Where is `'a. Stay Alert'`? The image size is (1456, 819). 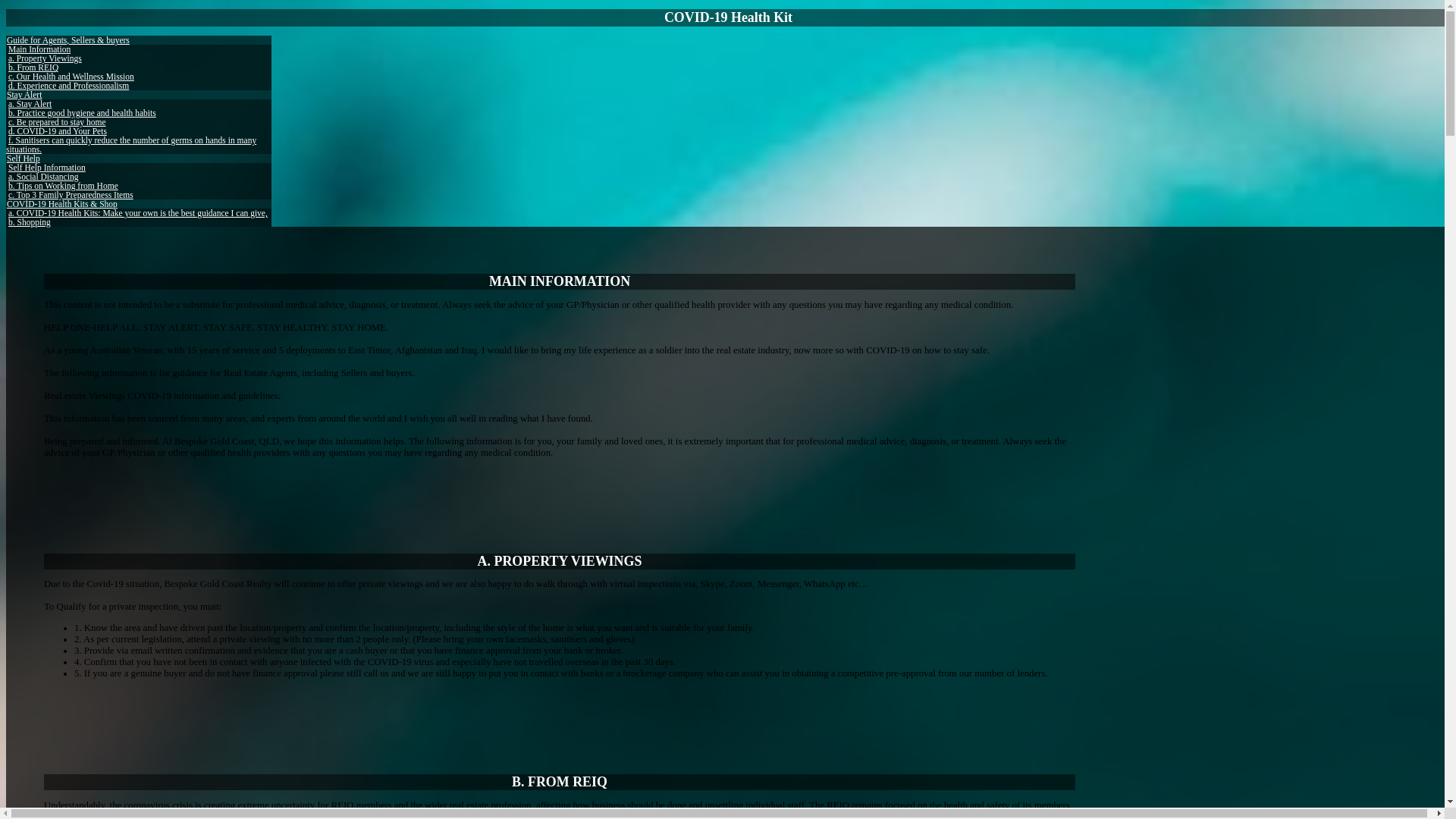 'a. Stay Alert' is located at coordinates (30, 103).